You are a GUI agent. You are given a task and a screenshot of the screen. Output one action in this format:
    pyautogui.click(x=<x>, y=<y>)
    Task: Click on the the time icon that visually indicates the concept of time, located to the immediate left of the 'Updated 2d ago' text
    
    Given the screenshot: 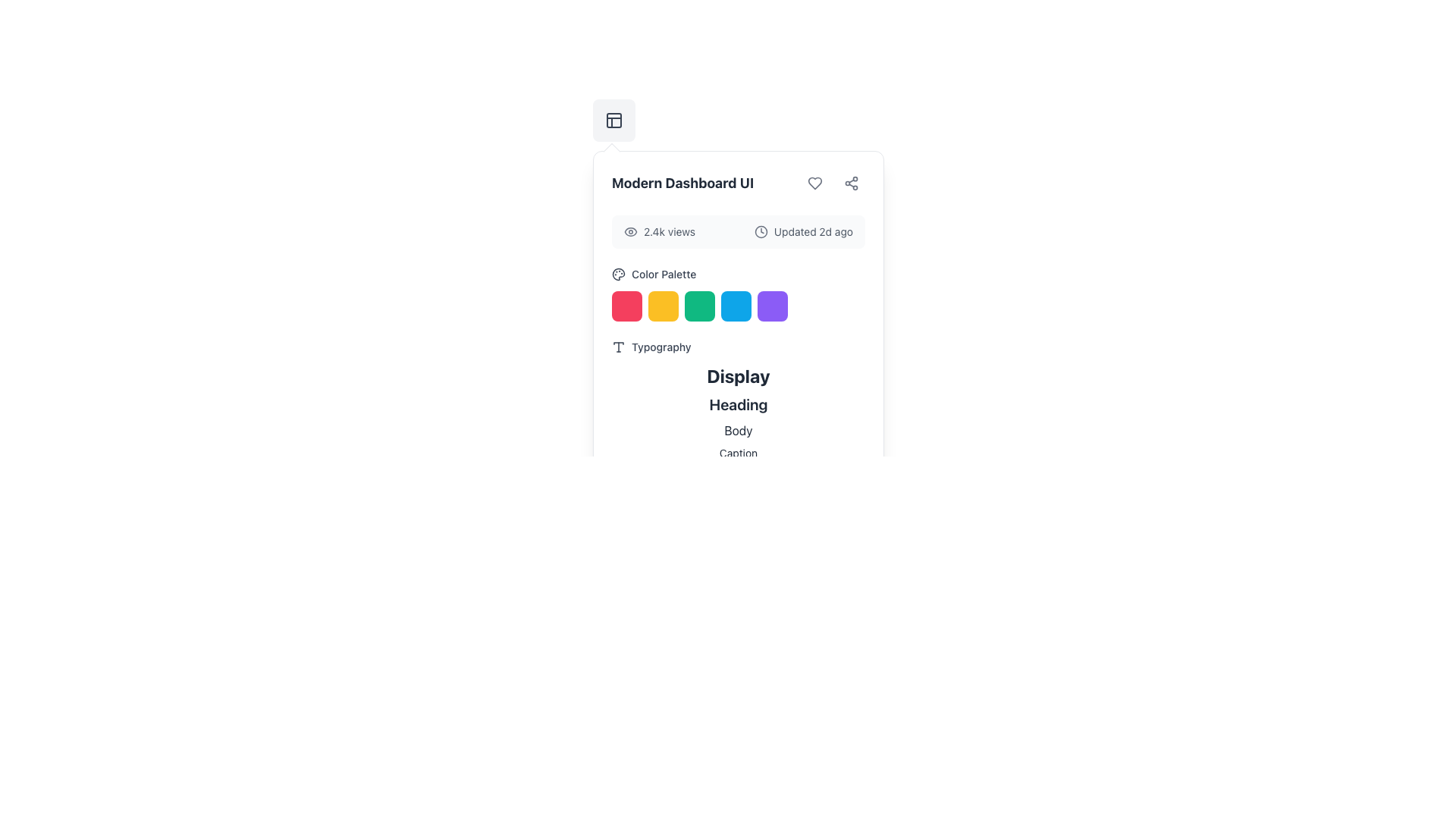 What is the action you would take?
    pyautogui.click(x=761, y=231)
    